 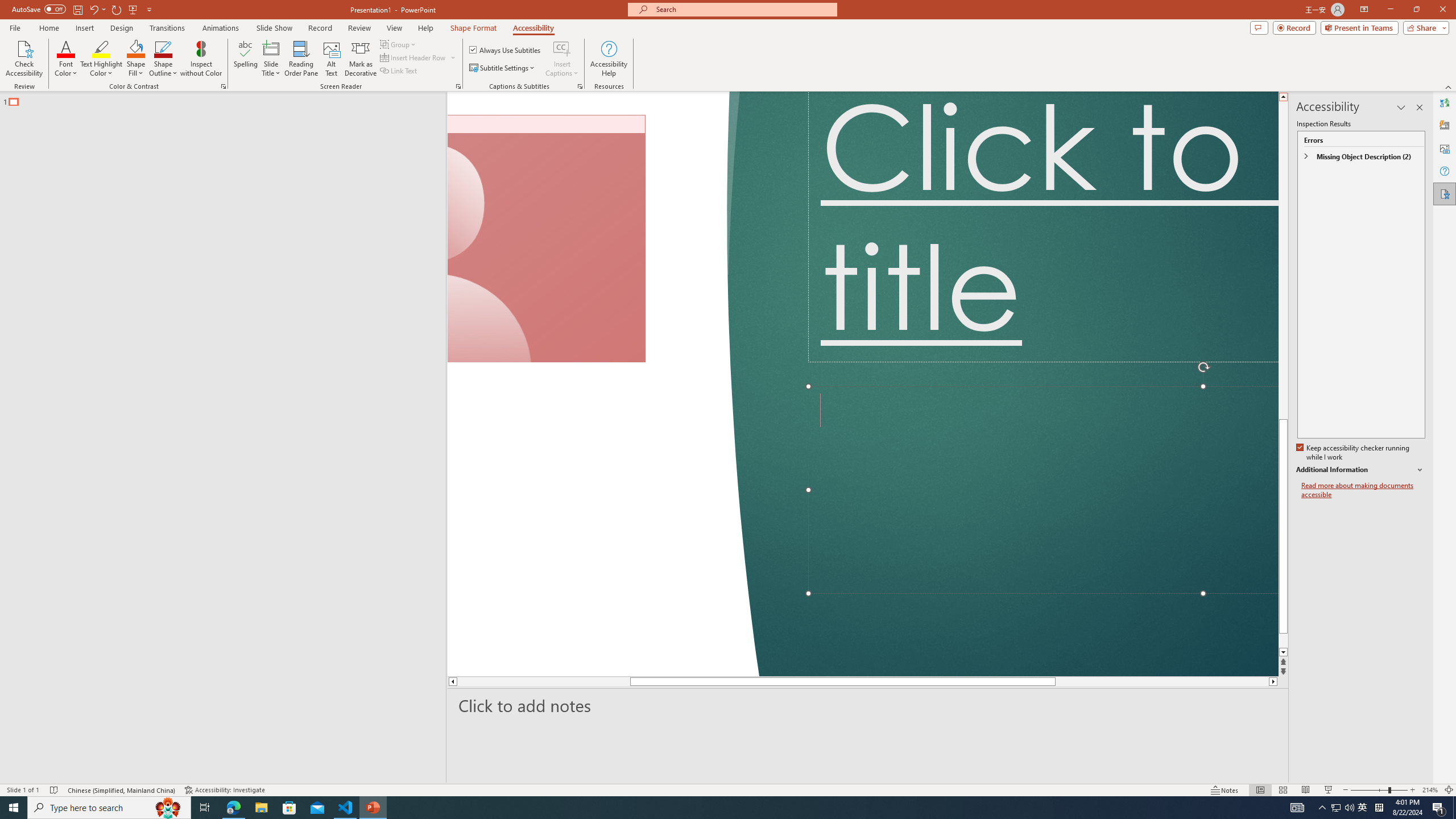 I want to click on 'Insert Captions', so click(x=561, y=48).